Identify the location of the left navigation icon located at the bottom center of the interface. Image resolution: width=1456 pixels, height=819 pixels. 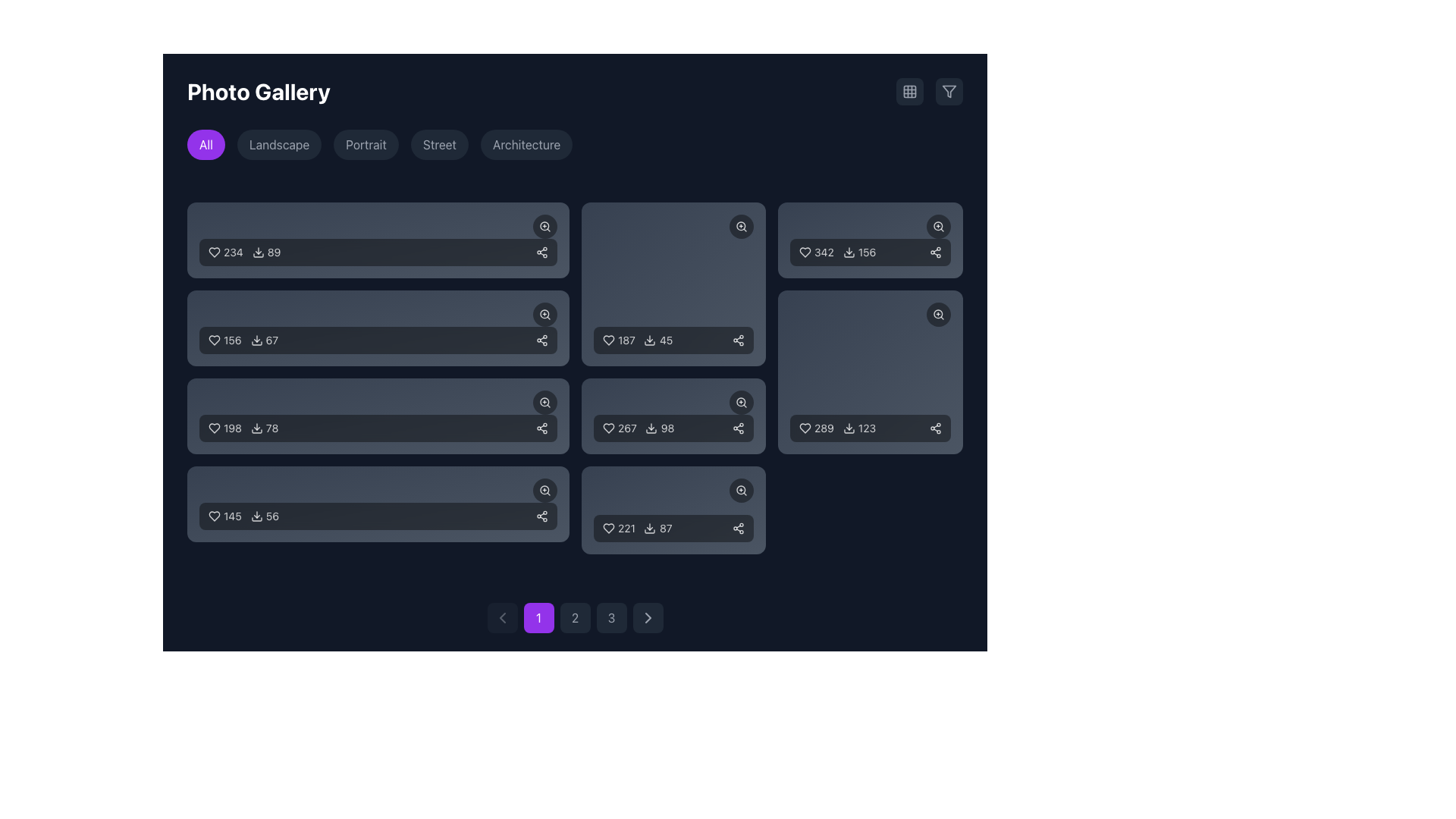
(502, 617).